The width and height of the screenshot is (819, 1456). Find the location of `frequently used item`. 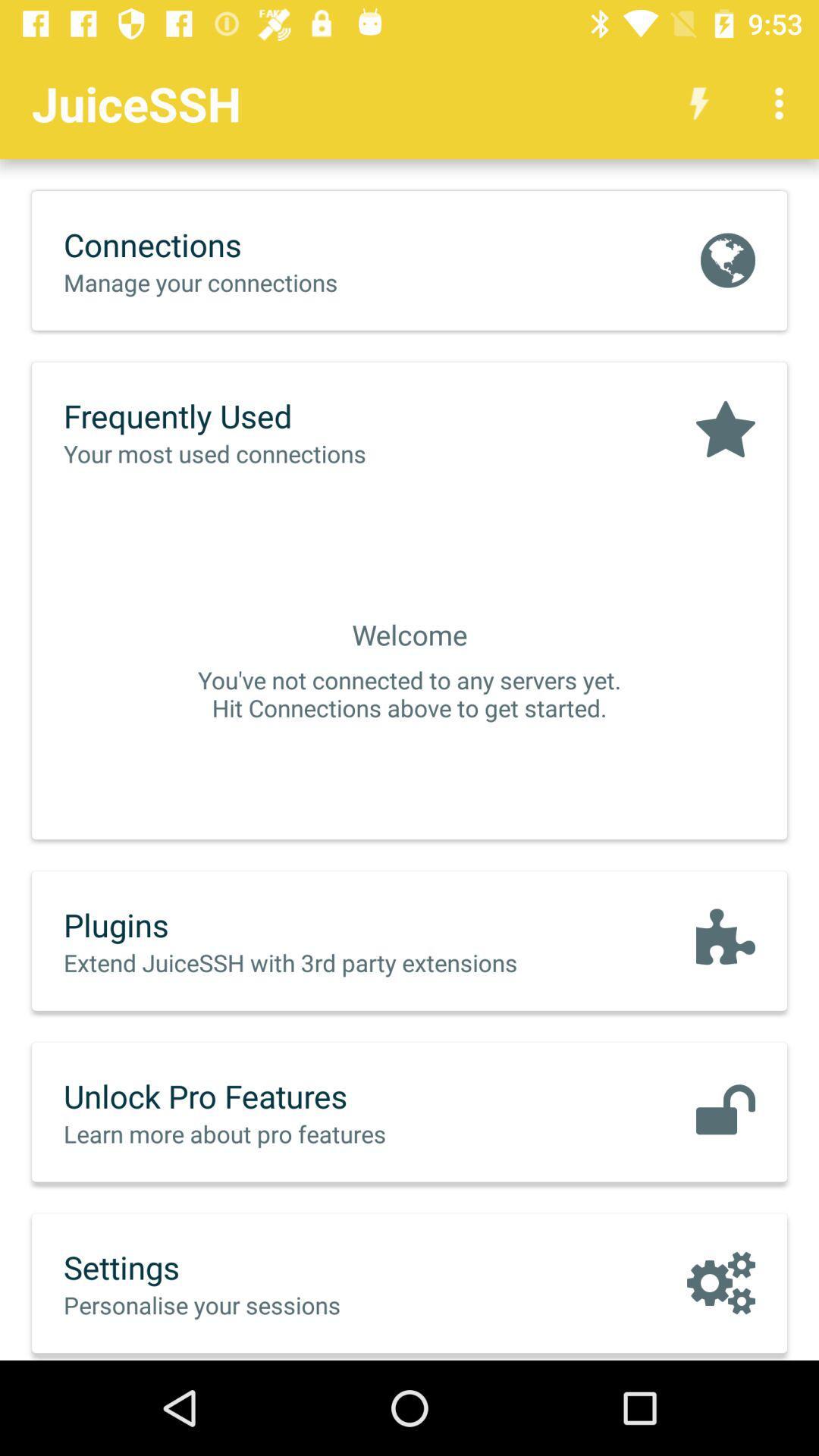

frequently used item is located at coordinates (246, 416).